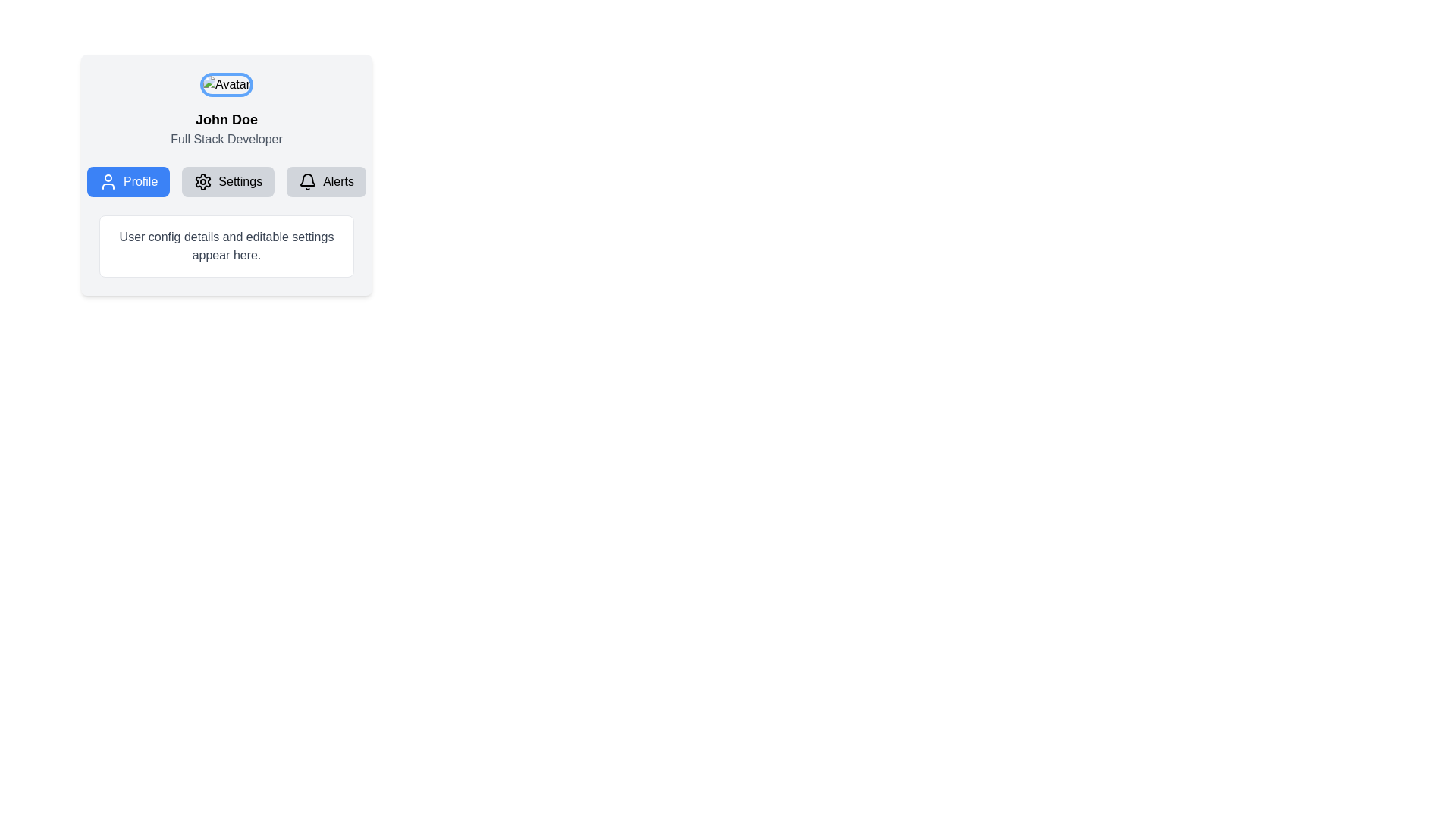 This screenshot has height=819, width=1456. What do you see at coordinates (225, 119) in the screenshot?
I see `the static text element displaying the user's name, which is centrally aligned above the text 'Full Stack Developer' and located beneath an avatar image` at bounding box center [225, 119].